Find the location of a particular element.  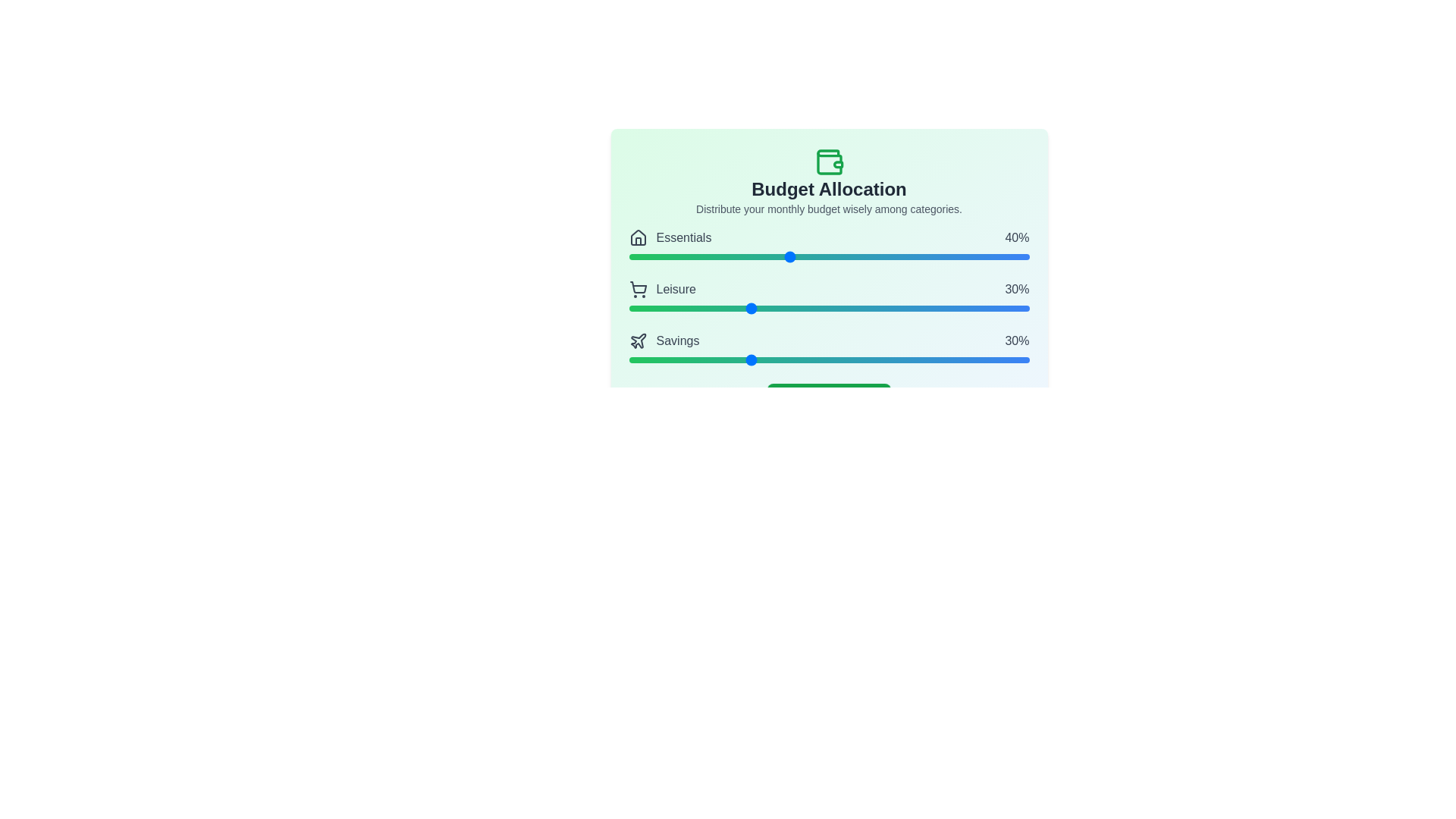

the 'Essentials' slider to 89% allocation is located at coordinates (985, 256).